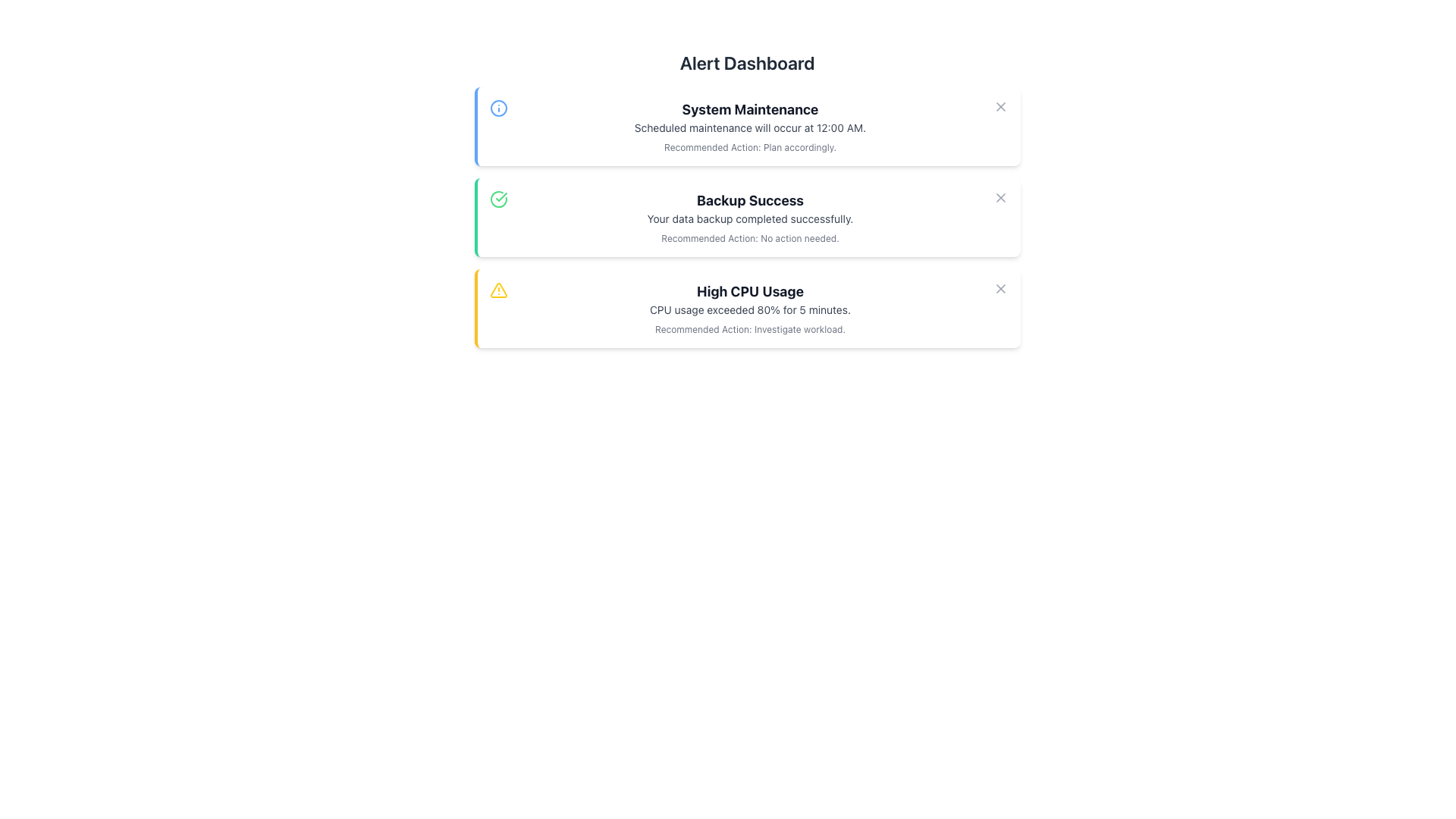  I want to click on text content of the third line of text in the 'System Maintenance' alert box, which provides recommended actions related to the alert, so click(750, 148).